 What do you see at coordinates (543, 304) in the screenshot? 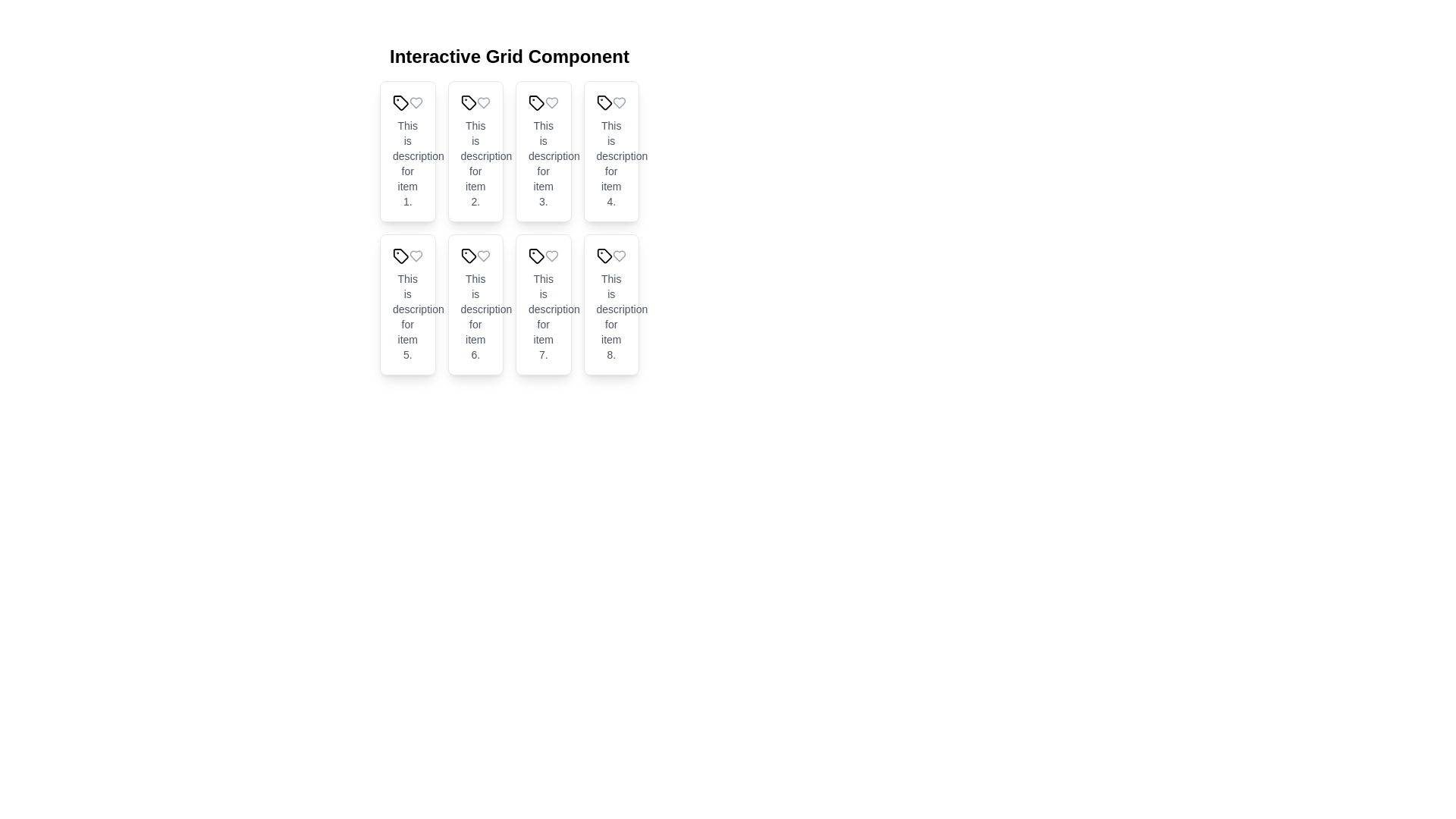
I see `the seventh tile component, which has a white background, rounded corners, and contains the text 'This is description for item 7.'` at bounding box center [543, 304].